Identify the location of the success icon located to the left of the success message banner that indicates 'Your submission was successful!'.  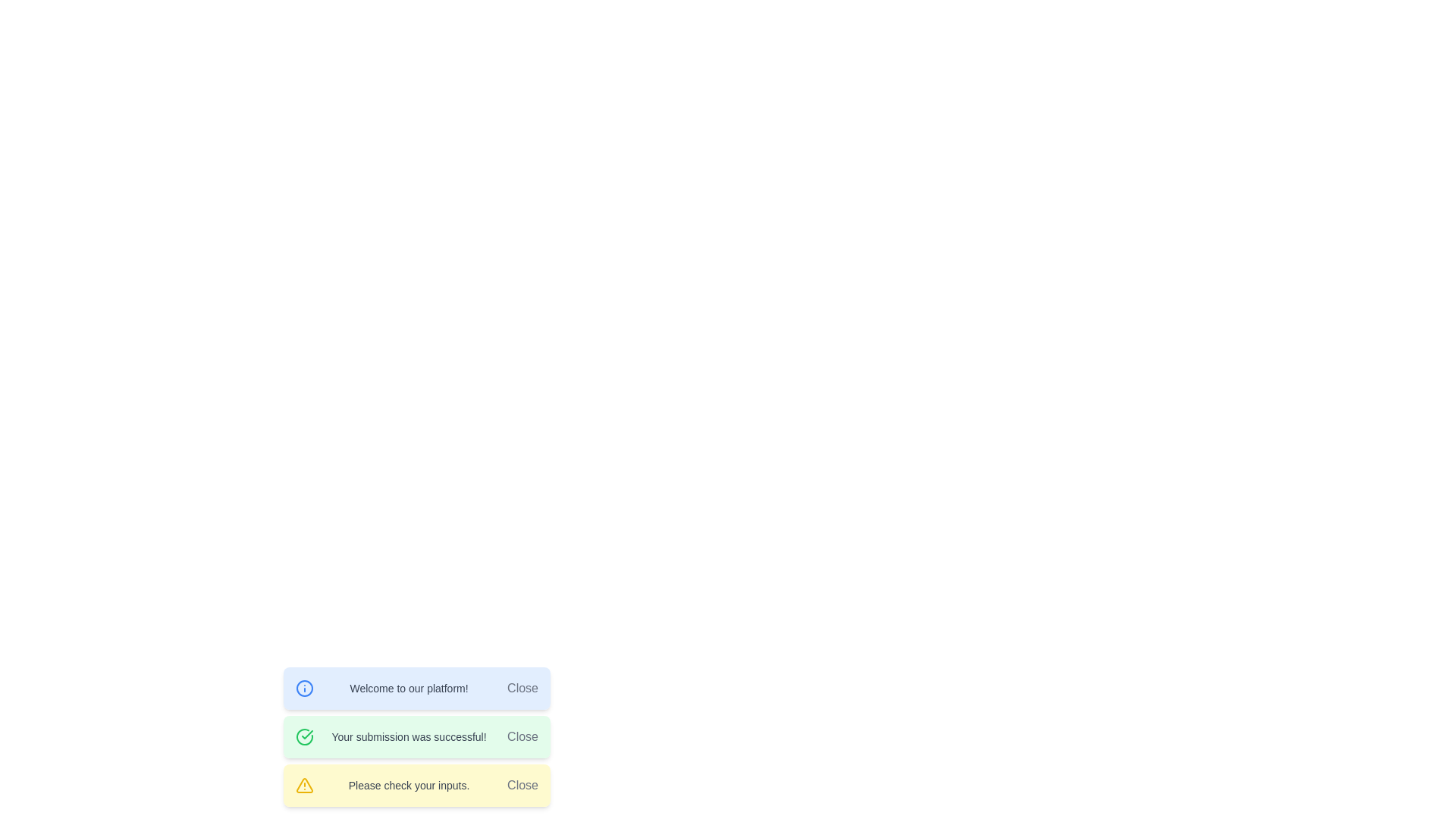
(304, 736).